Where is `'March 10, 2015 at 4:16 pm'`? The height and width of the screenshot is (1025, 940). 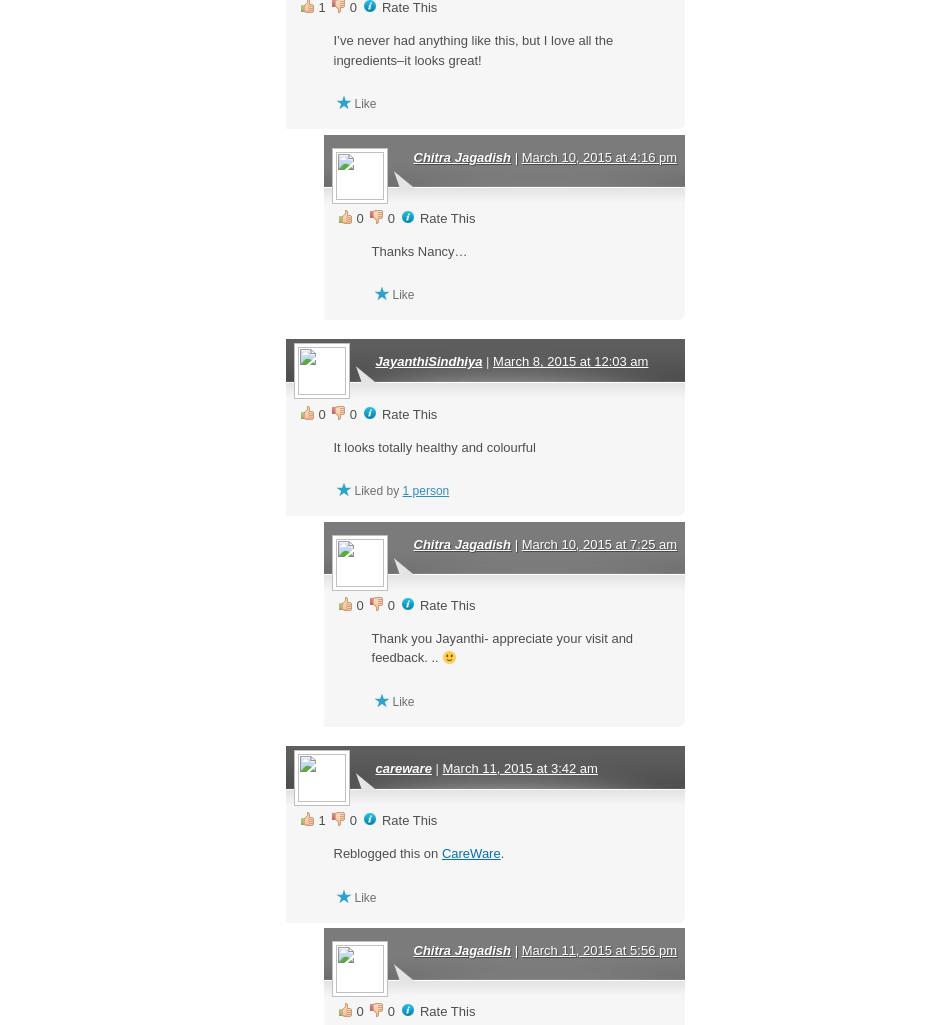 'March 10, 2015 at 4:16 pm' is located at coordinates (520, 155).